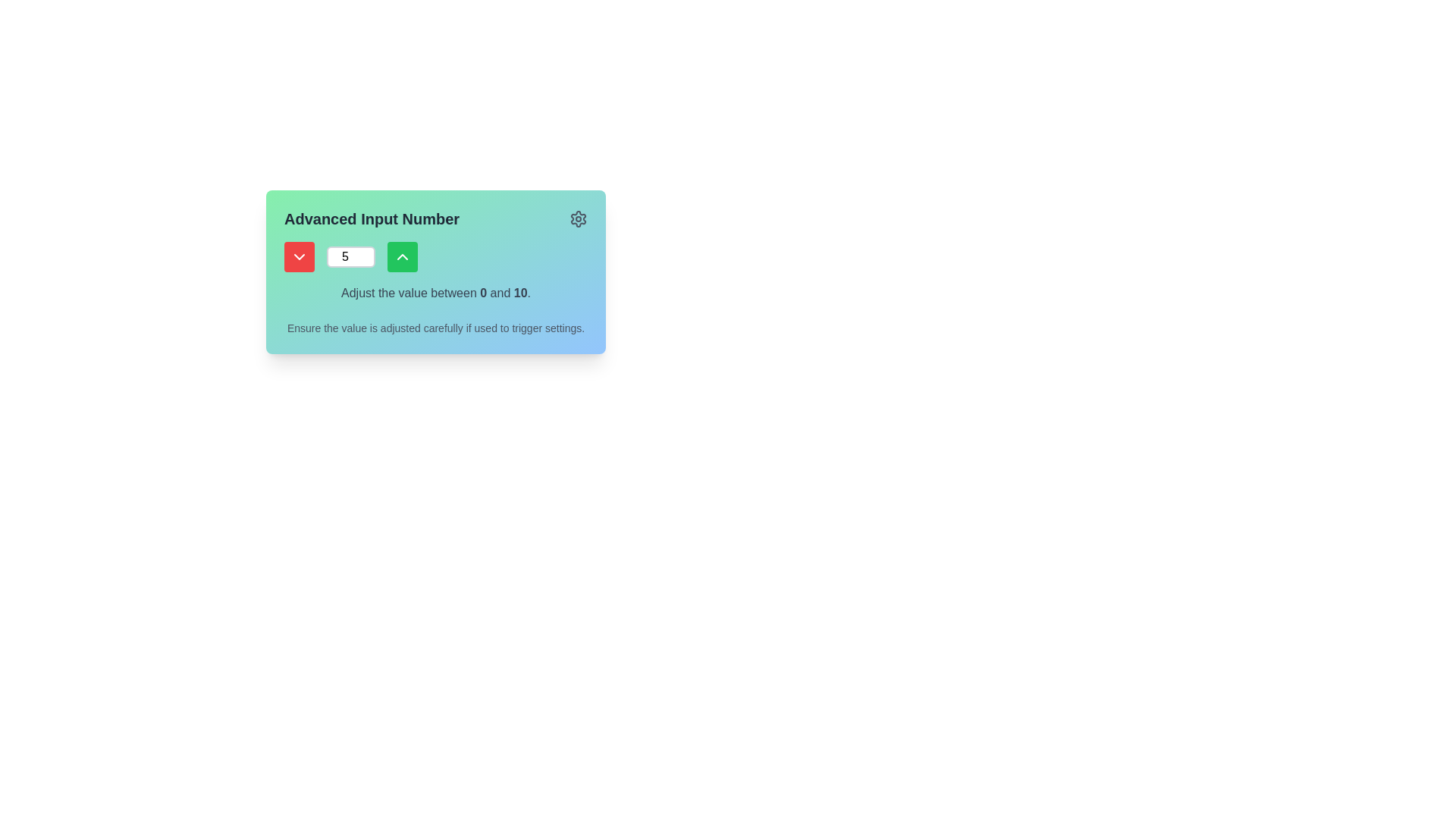 Image resolution: width=1456 pixels, height=819 pixels. Describe the element at coordinates (299, 256) in the screenshot. I see `the small rectangular button with a red background and a downward-pointing chevron icon` at that location.